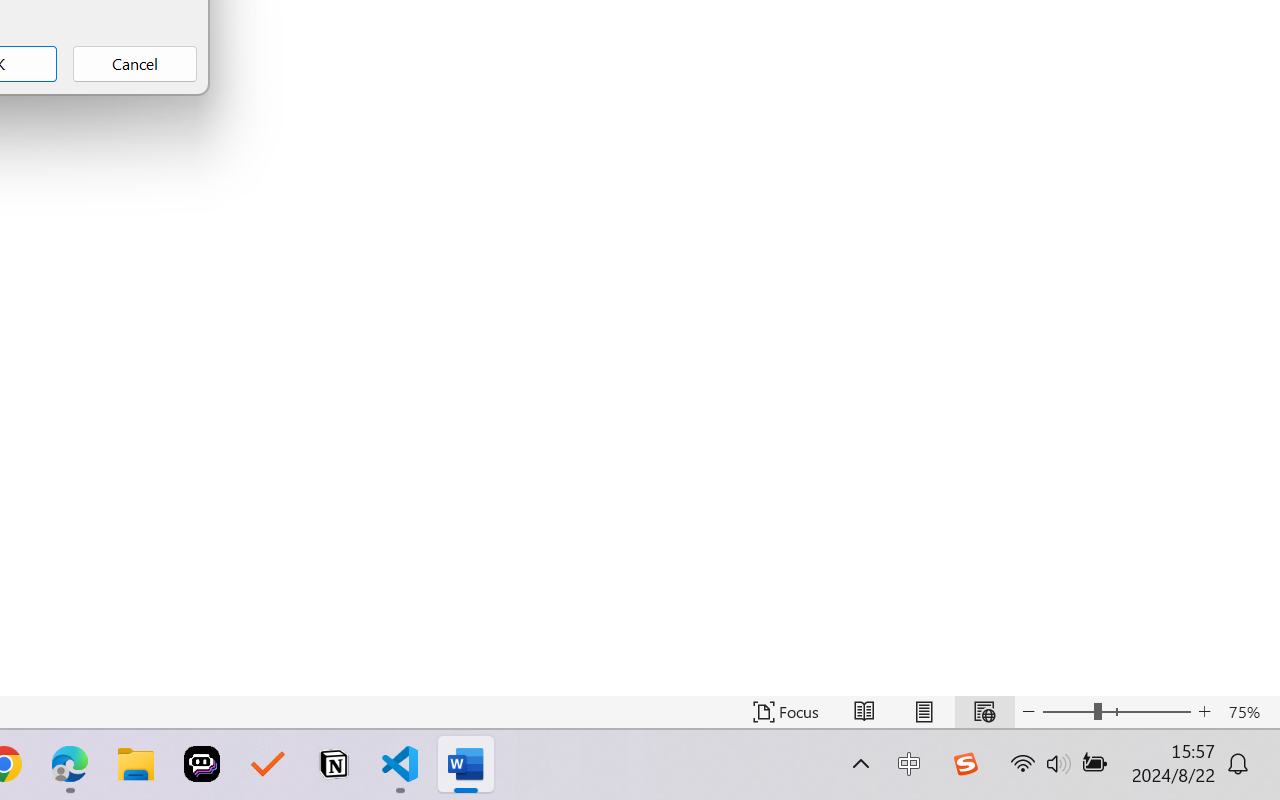  I want to click on 'Class: Image', so click(965, 764).